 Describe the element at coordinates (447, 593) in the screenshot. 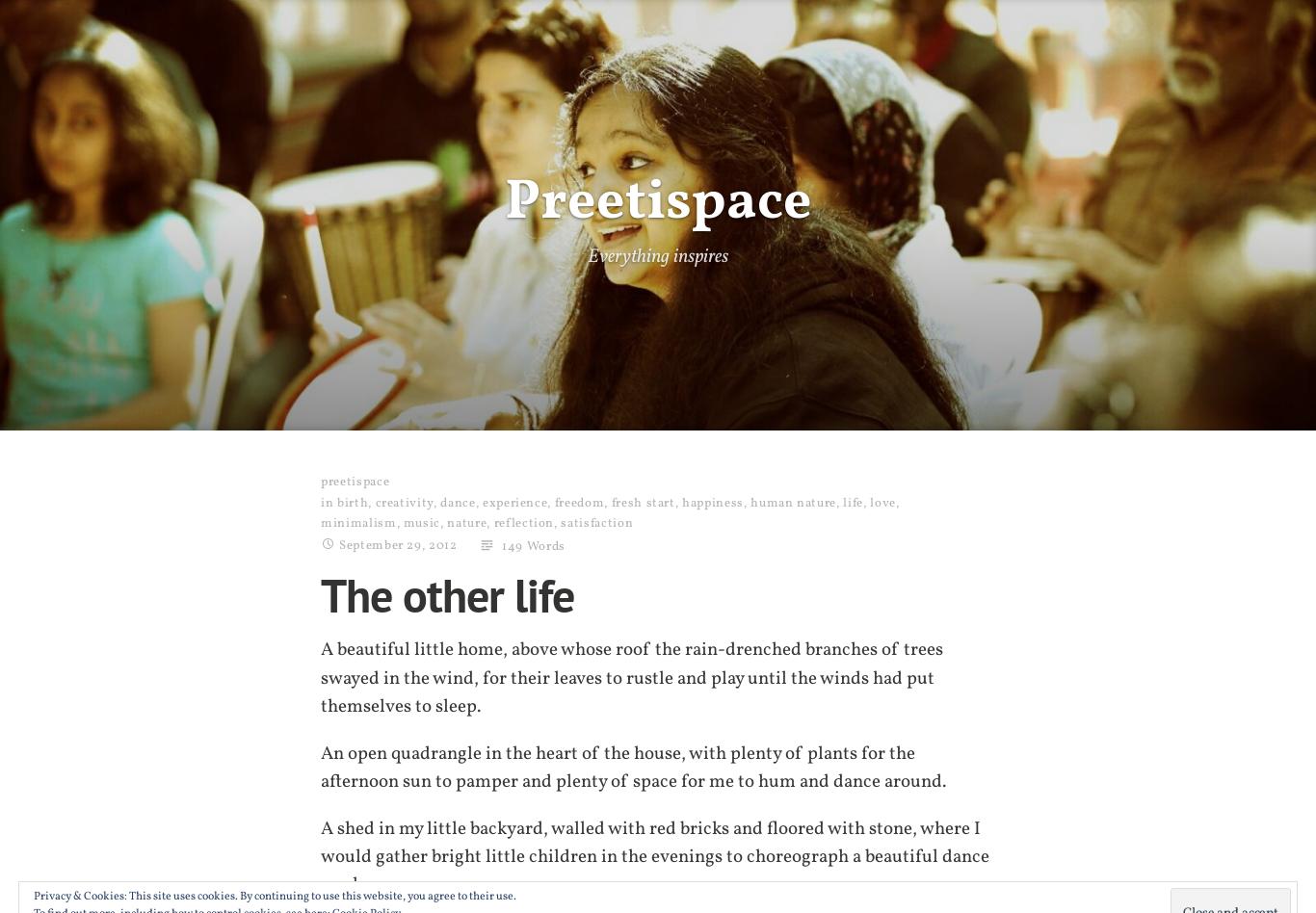

I see `'The other life'` at that location.